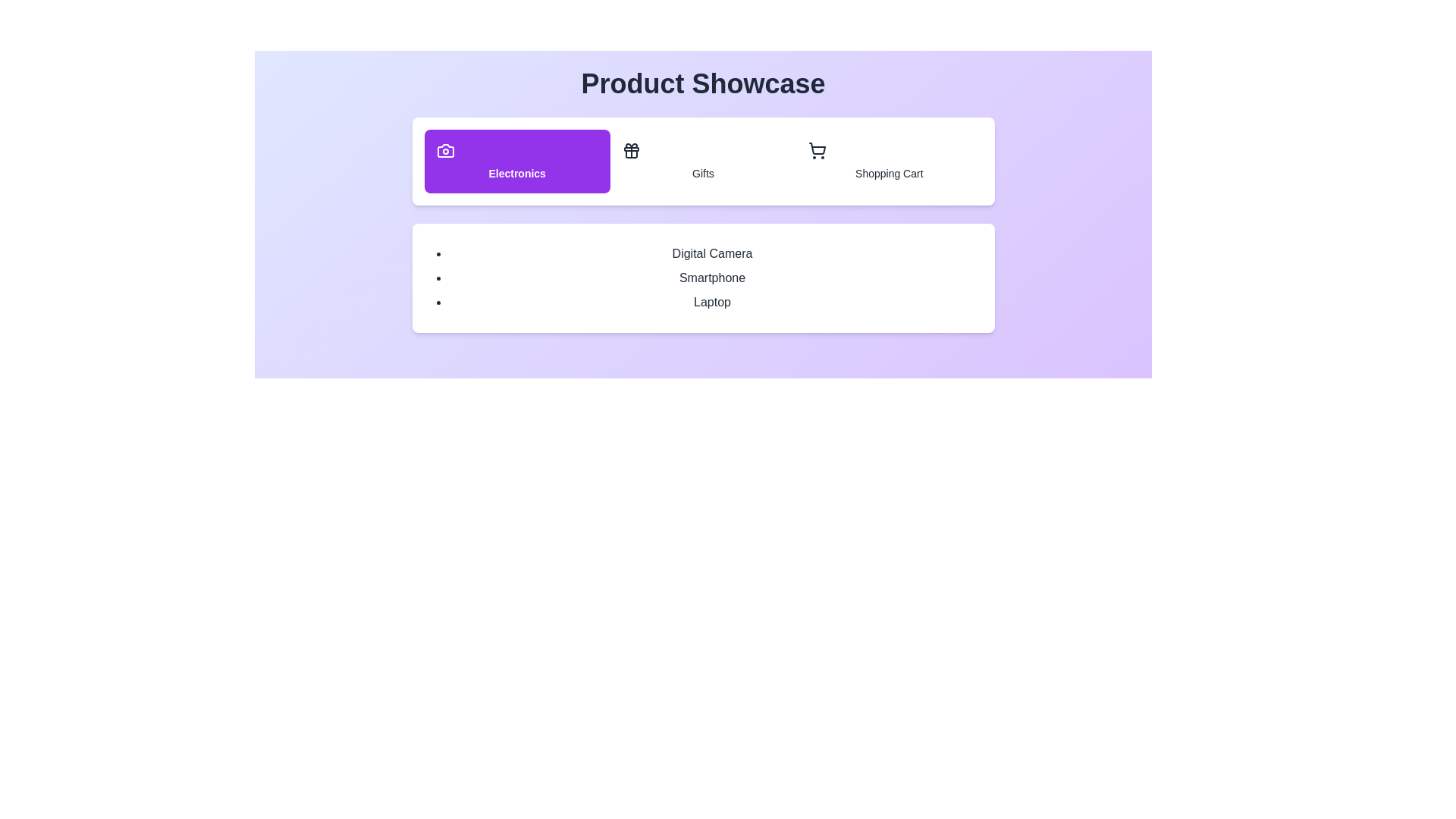 Image resolution: width=1456 pixels, height=819 pixels. I want to click on the second button in the group of three buttons, so click(702, 161).